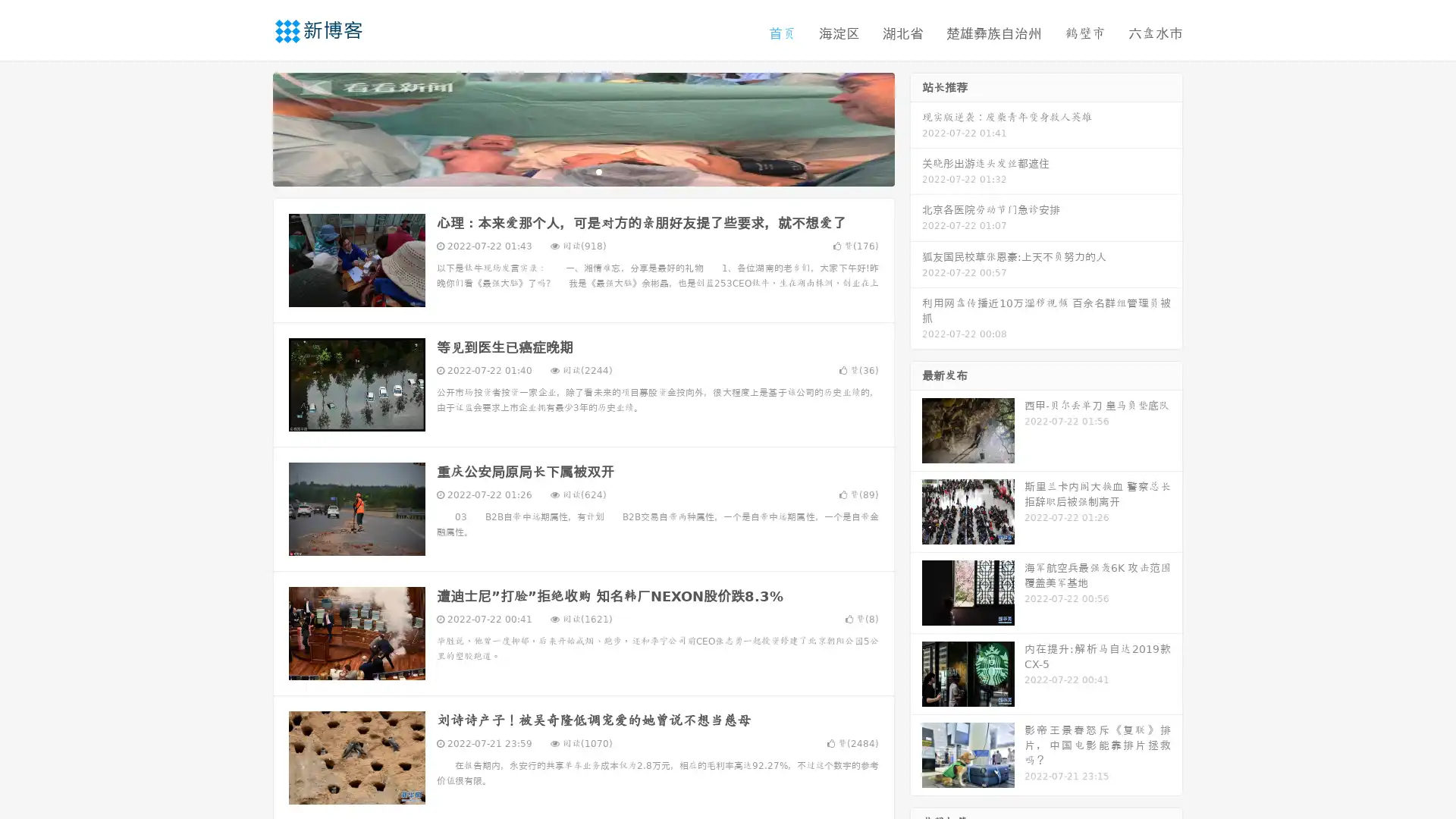 Image resolution: width=1456 pixels, height=819 pixels. What do you see at coordinates (598, 171) in the screenshot?
I see `Go to slide 3` at bounding box center [598, 171].